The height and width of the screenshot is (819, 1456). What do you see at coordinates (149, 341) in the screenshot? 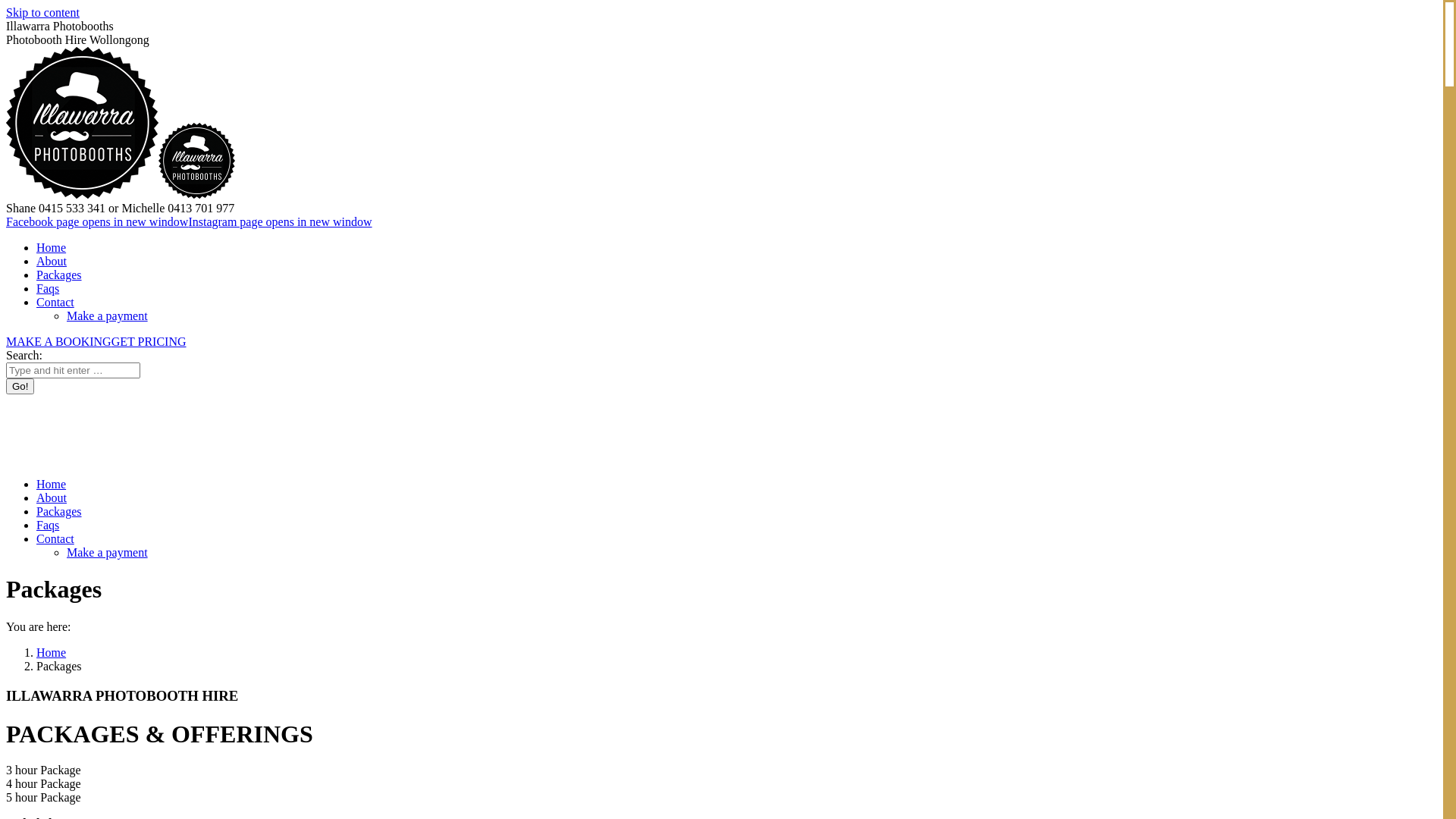
I see `'GET PRICING'` at bounding box center [149, 341].